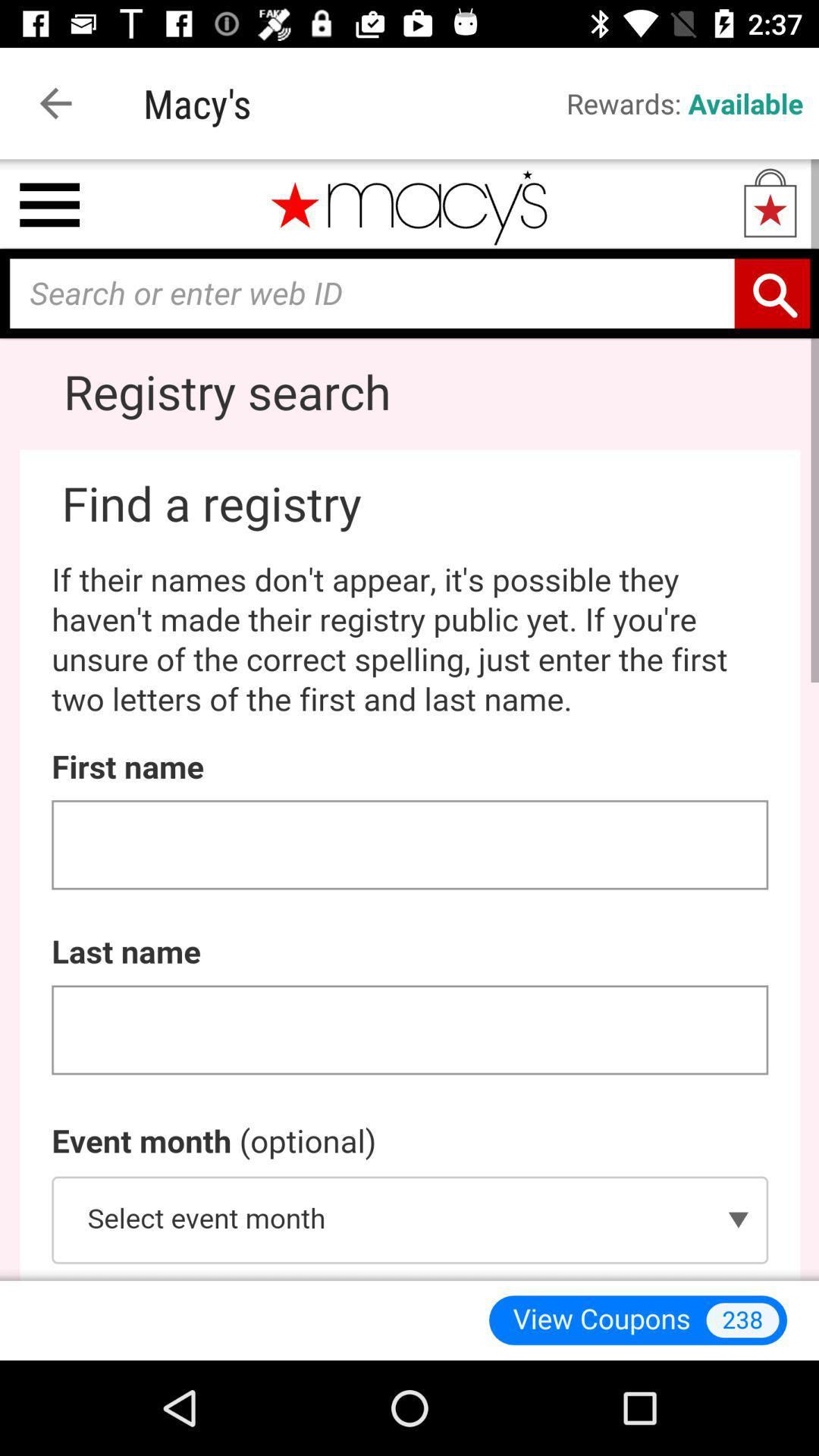 The height and width of the screenshot is (1456, 819). Describe the element at coordinates (409, 719) in the screenshot. I see `registry search` at that location.